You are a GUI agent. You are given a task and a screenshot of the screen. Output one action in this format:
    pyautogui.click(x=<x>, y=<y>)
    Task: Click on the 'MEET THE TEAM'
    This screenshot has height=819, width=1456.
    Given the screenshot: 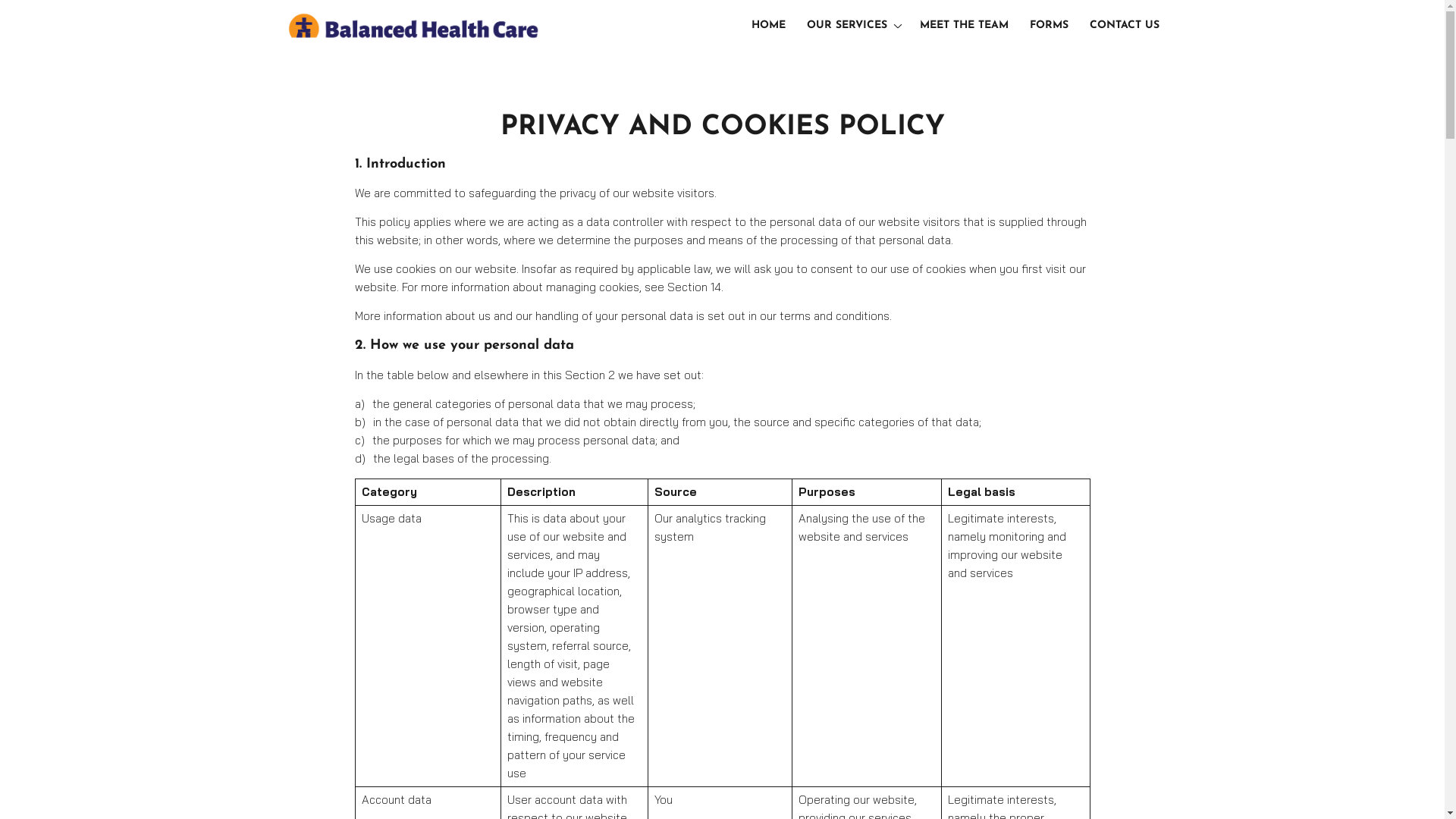 What is the action you would take?
    pyautogui.click(x=963, y=26)
    